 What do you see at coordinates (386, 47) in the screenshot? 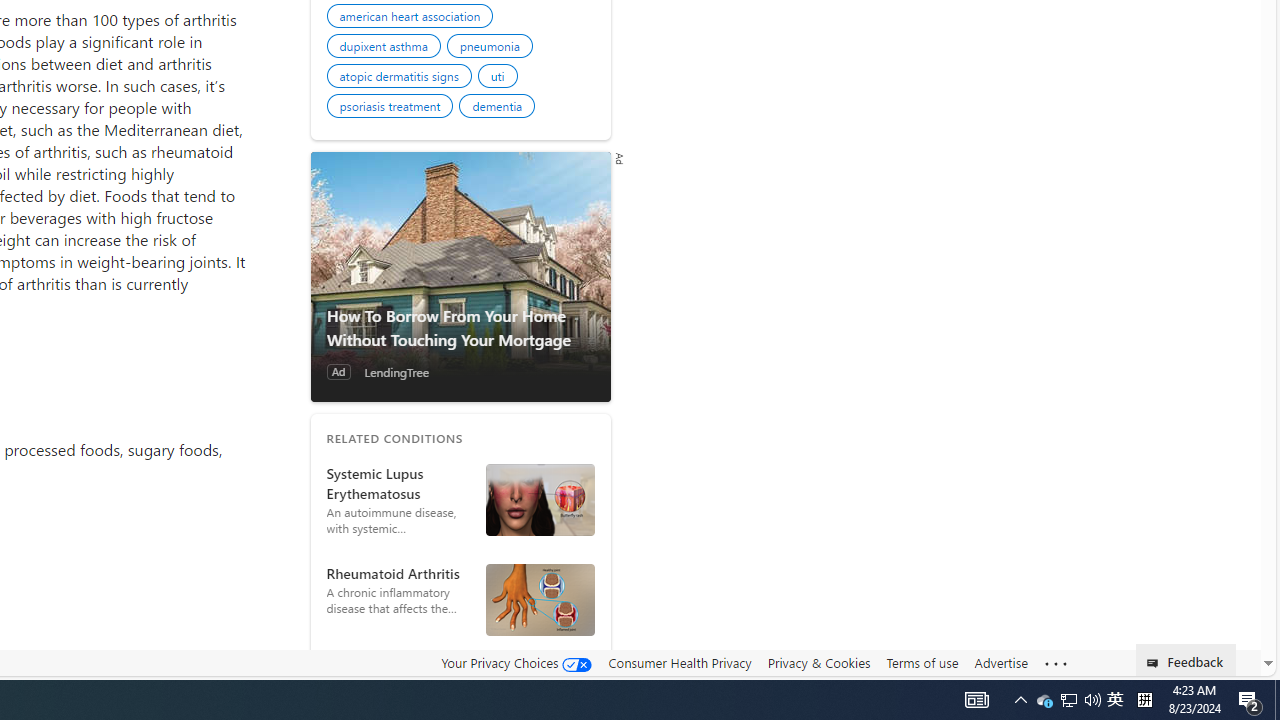
I see `'dupixent asthma'` at bounding box center [386, 47].